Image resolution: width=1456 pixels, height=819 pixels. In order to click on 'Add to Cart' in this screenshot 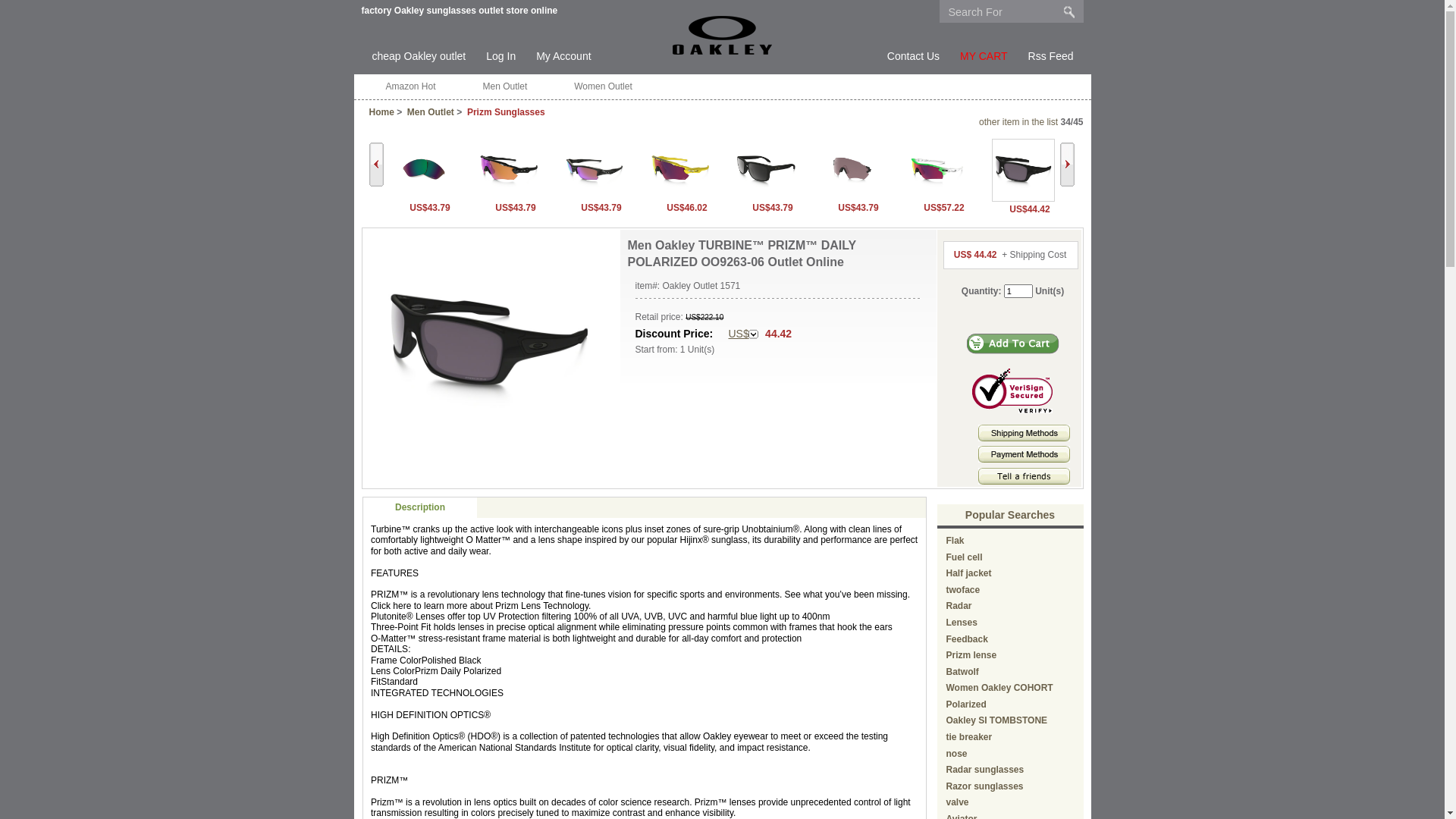, I will do `click(1012, 344)`.